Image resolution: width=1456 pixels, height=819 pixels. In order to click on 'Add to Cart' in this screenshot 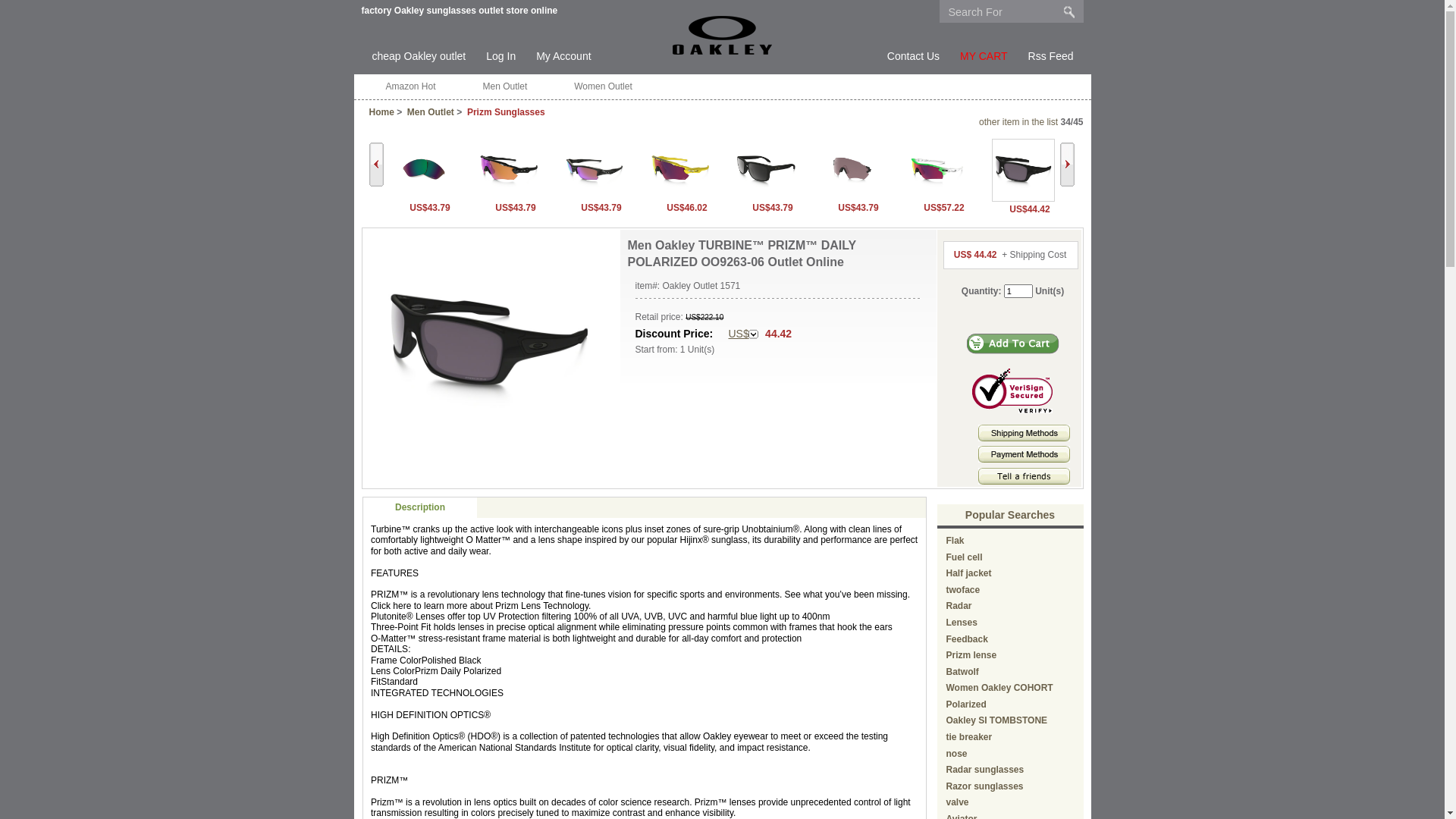, I will do `click(1012, 344)`.